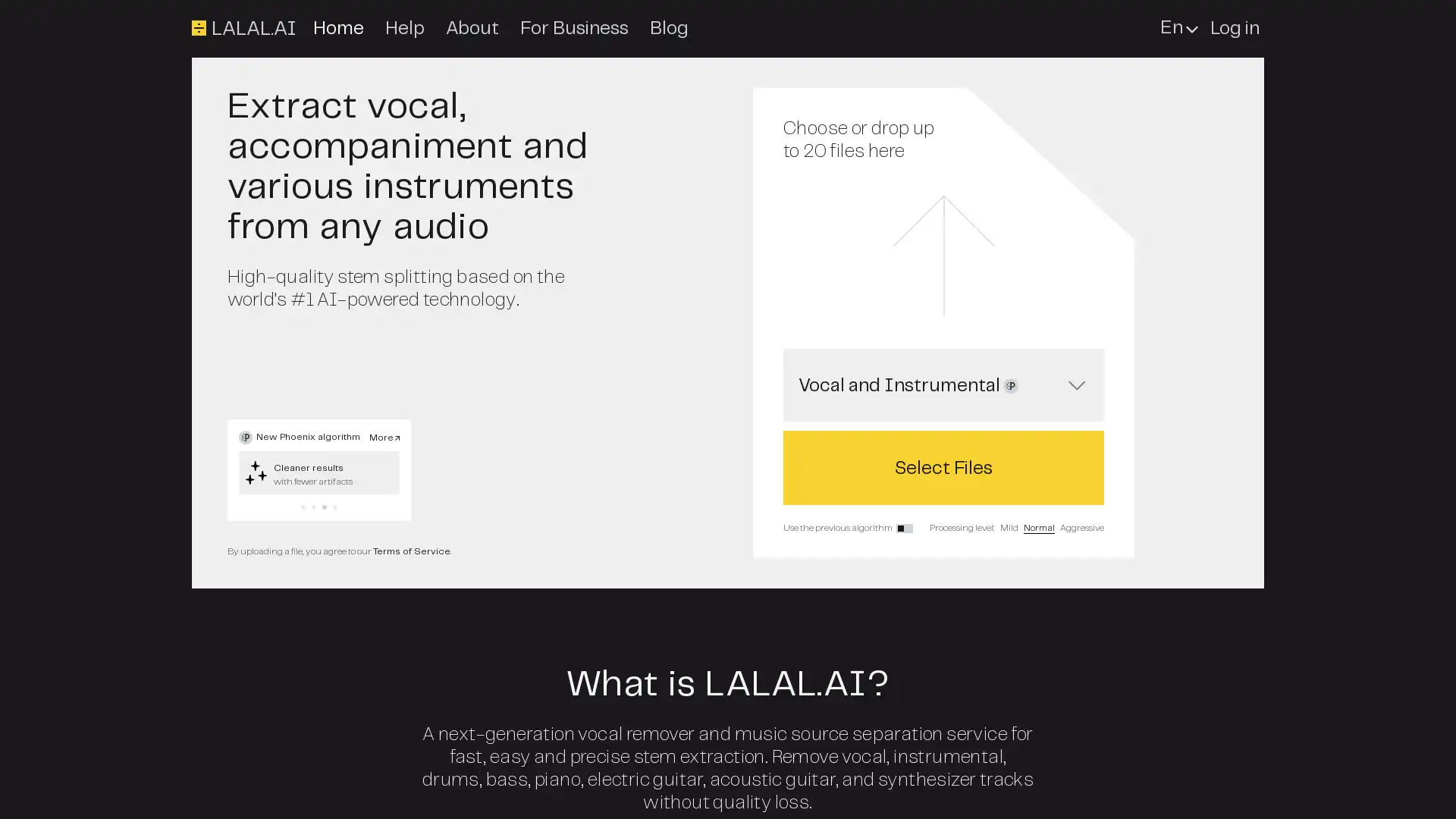  Describe the element at coordinates (1417, 780) in the screenshot. I see `Open Intercom Messenger` at that location.